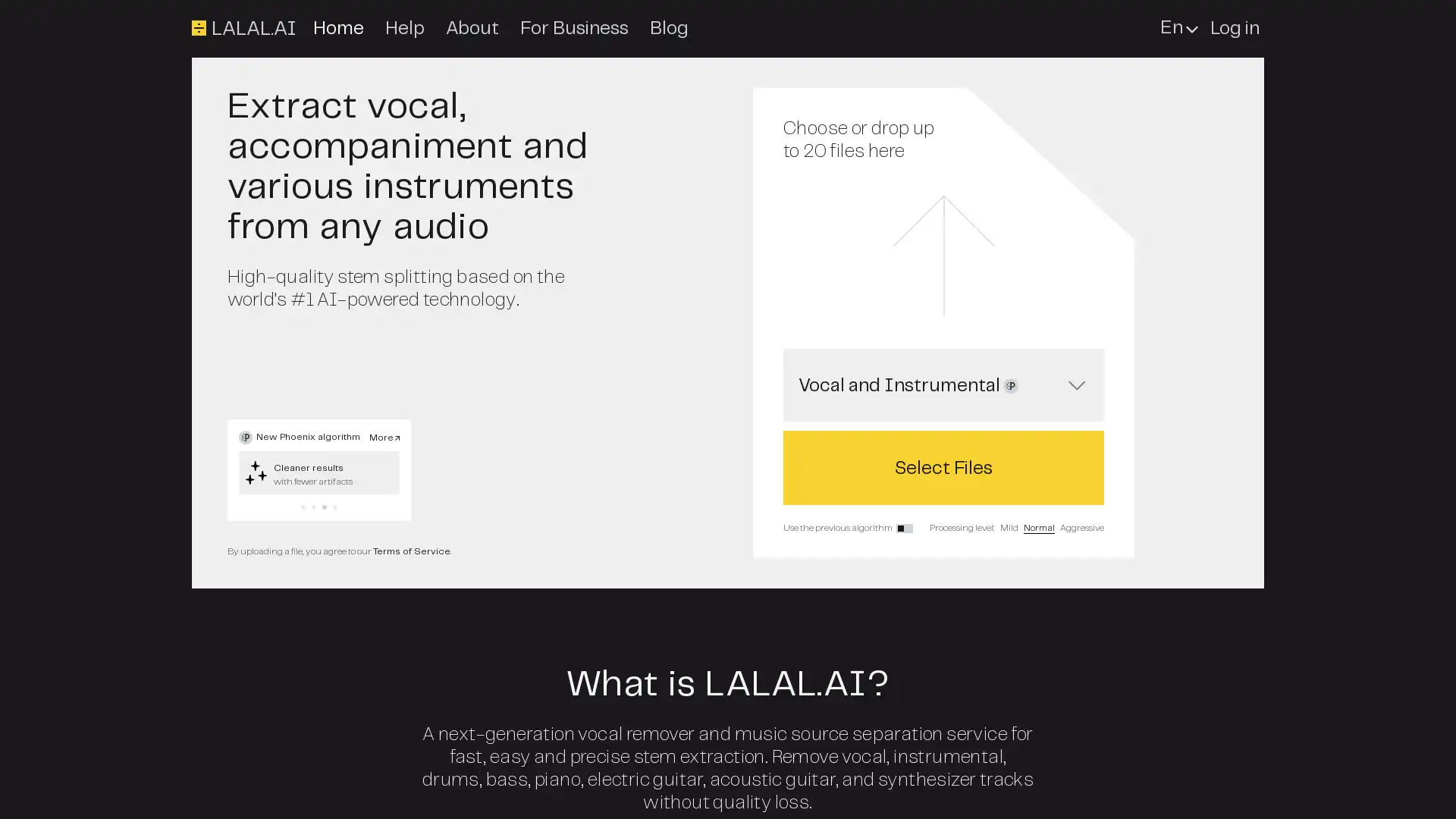  Describe the element at coordinates (1417, 780) in the screenshot. I see `Open Intercom Messenger` at that location.